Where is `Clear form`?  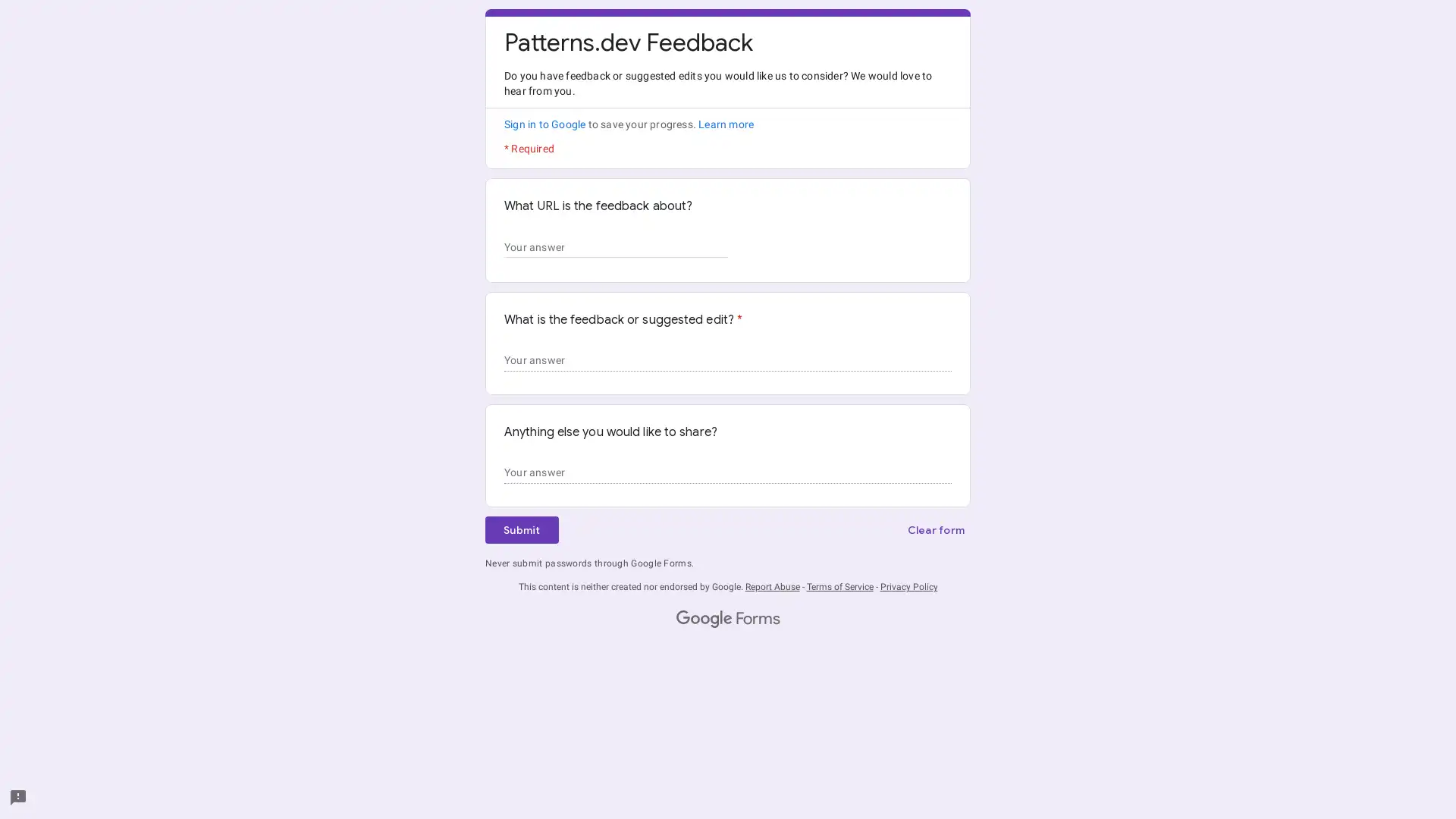
Clear form is located at coordinates (934, 529).